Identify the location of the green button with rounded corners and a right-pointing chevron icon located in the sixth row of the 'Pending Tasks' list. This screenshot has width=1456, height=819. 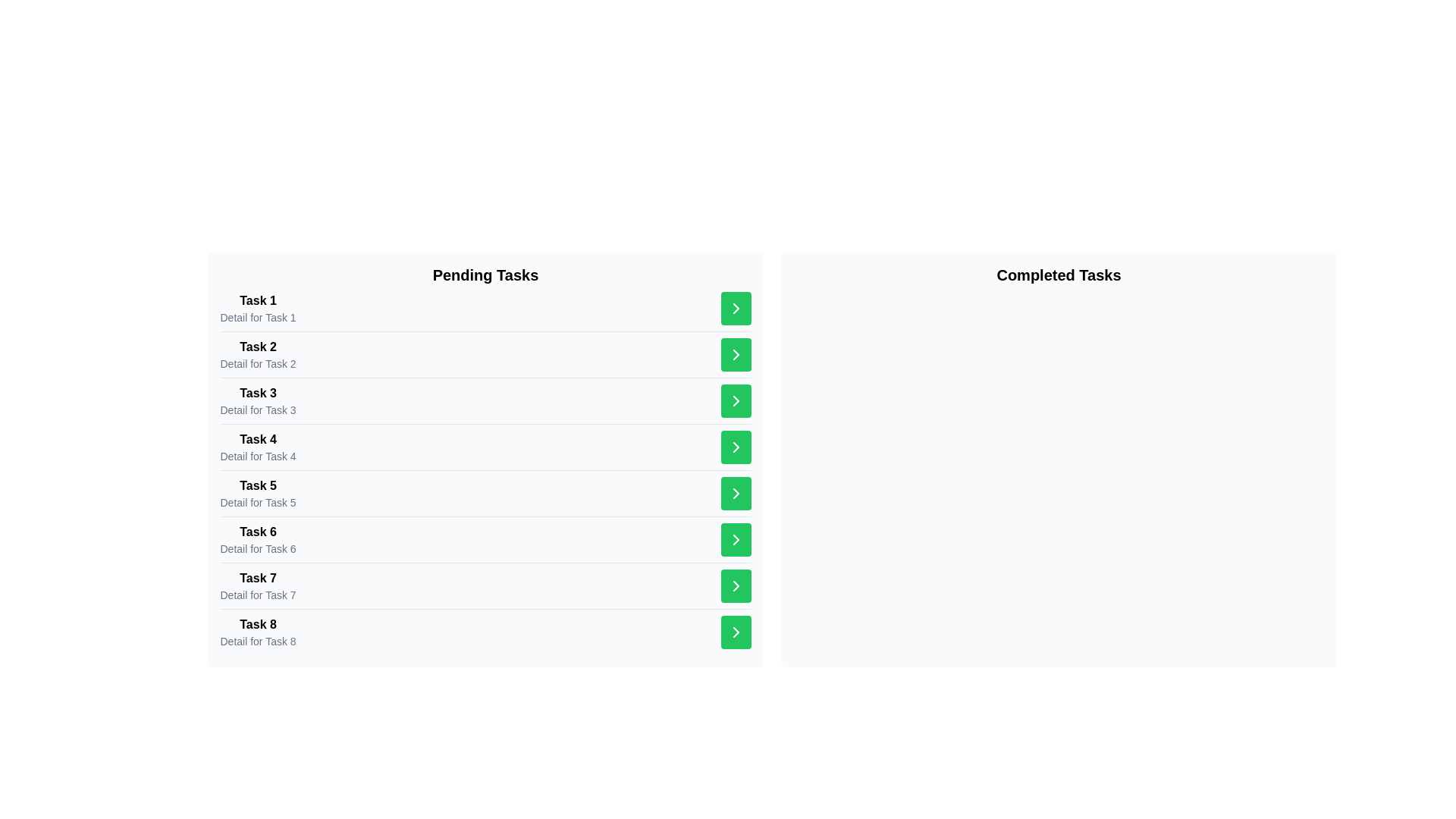
(736, 539).